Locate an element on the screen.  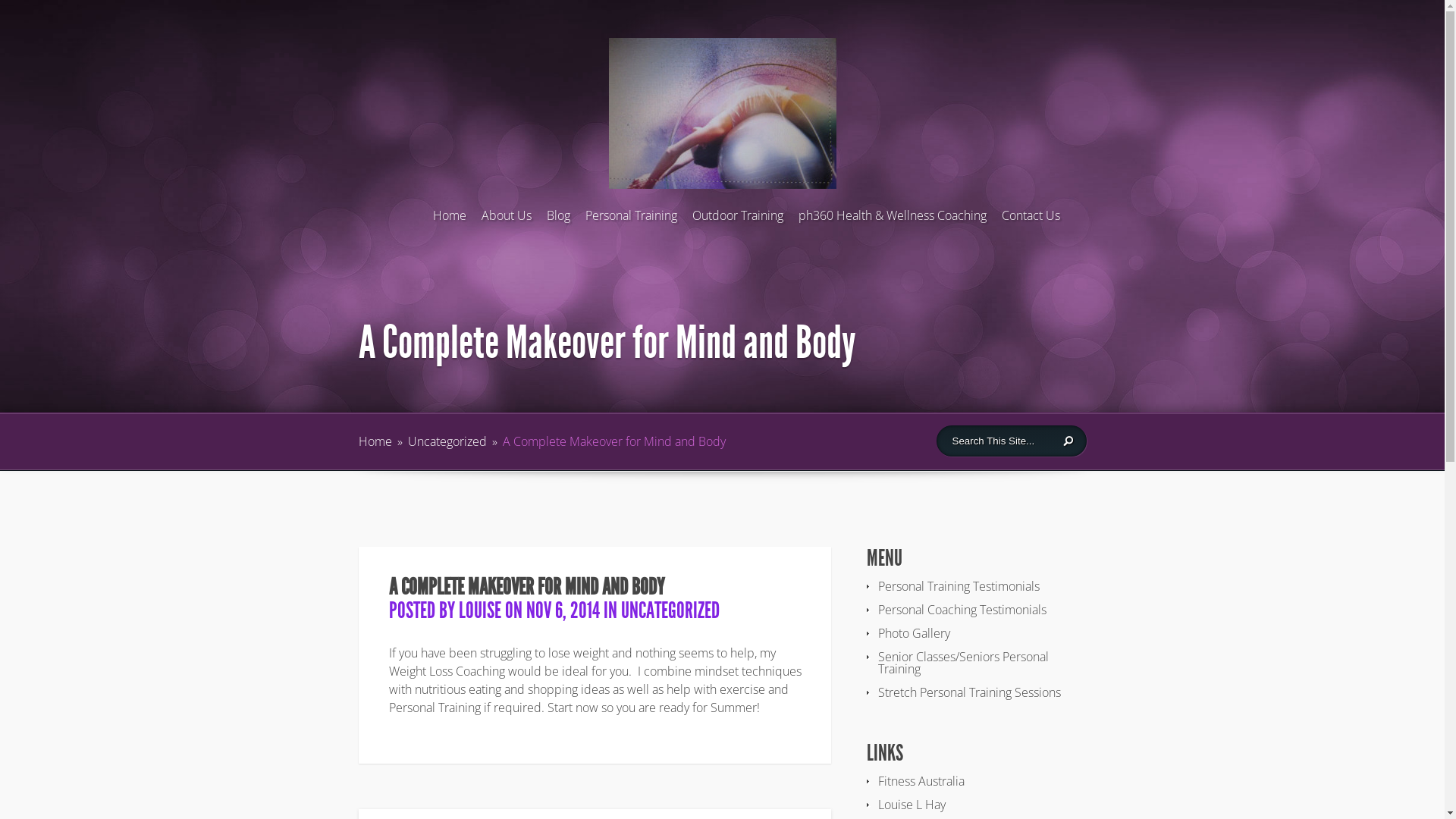
'Home' is located at coordinates (447, 219).